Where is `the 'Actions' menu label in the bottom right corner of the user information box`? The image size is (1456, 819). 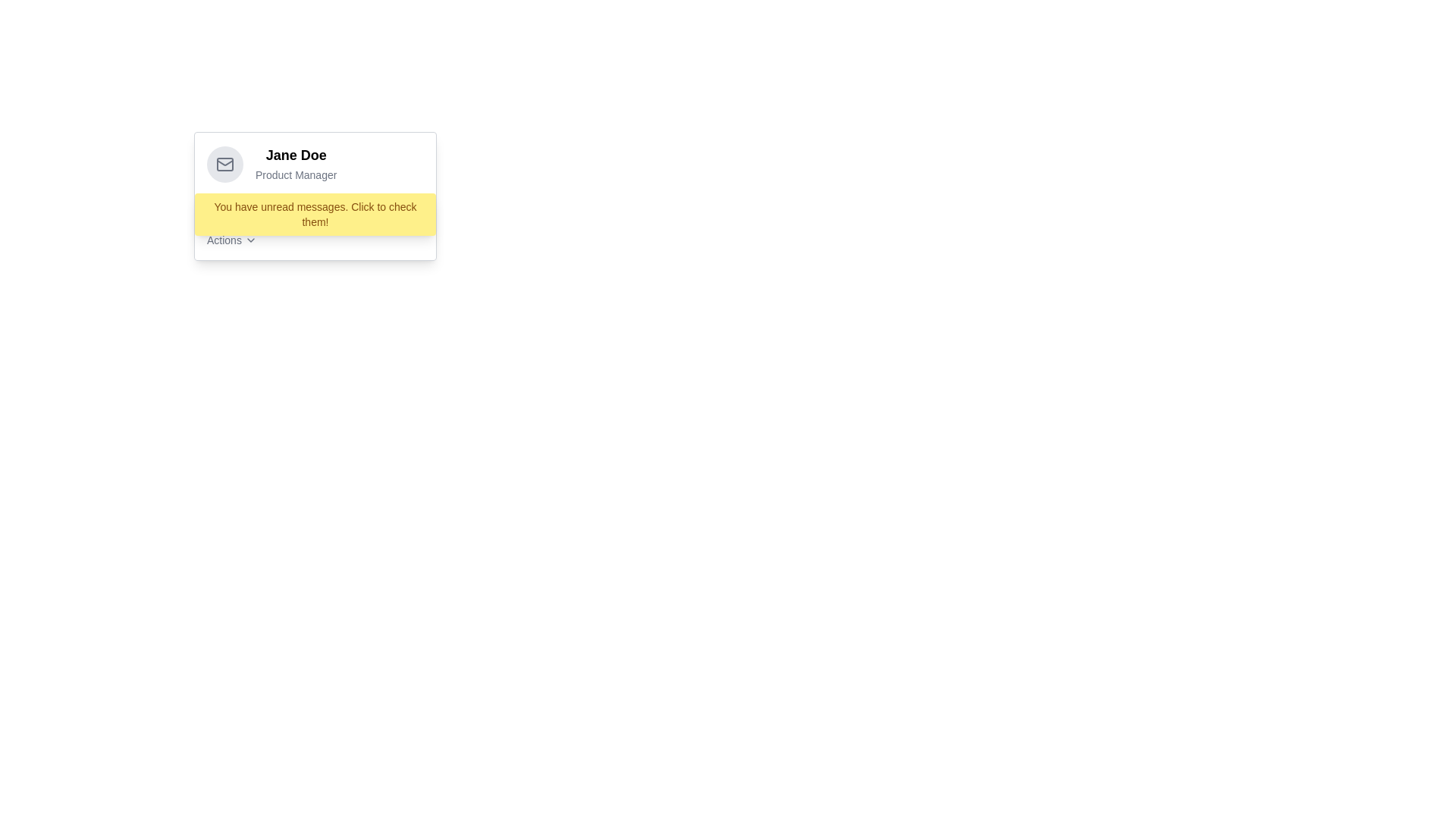 the 'Actions' menu label in the bottom right corner of the user information box is located at coordinates (315, 239).